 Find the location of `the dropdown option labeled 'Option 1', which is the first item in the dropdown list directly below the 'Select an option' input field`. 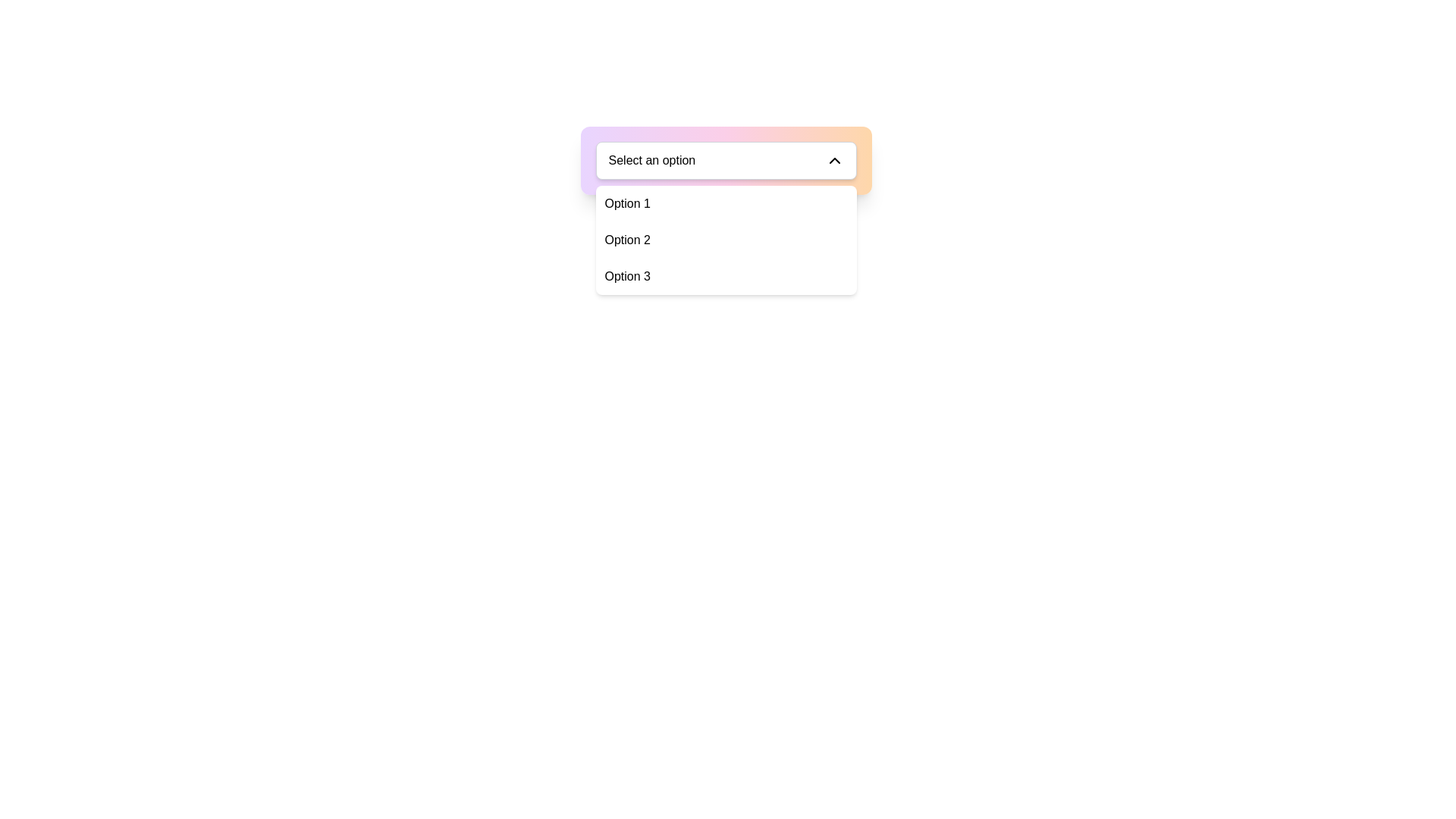

the dropdown option labeled 'Option 1', which is the first item in the dropdown list directly below the 'Select an option' input field is located at coordinates (627, 203).